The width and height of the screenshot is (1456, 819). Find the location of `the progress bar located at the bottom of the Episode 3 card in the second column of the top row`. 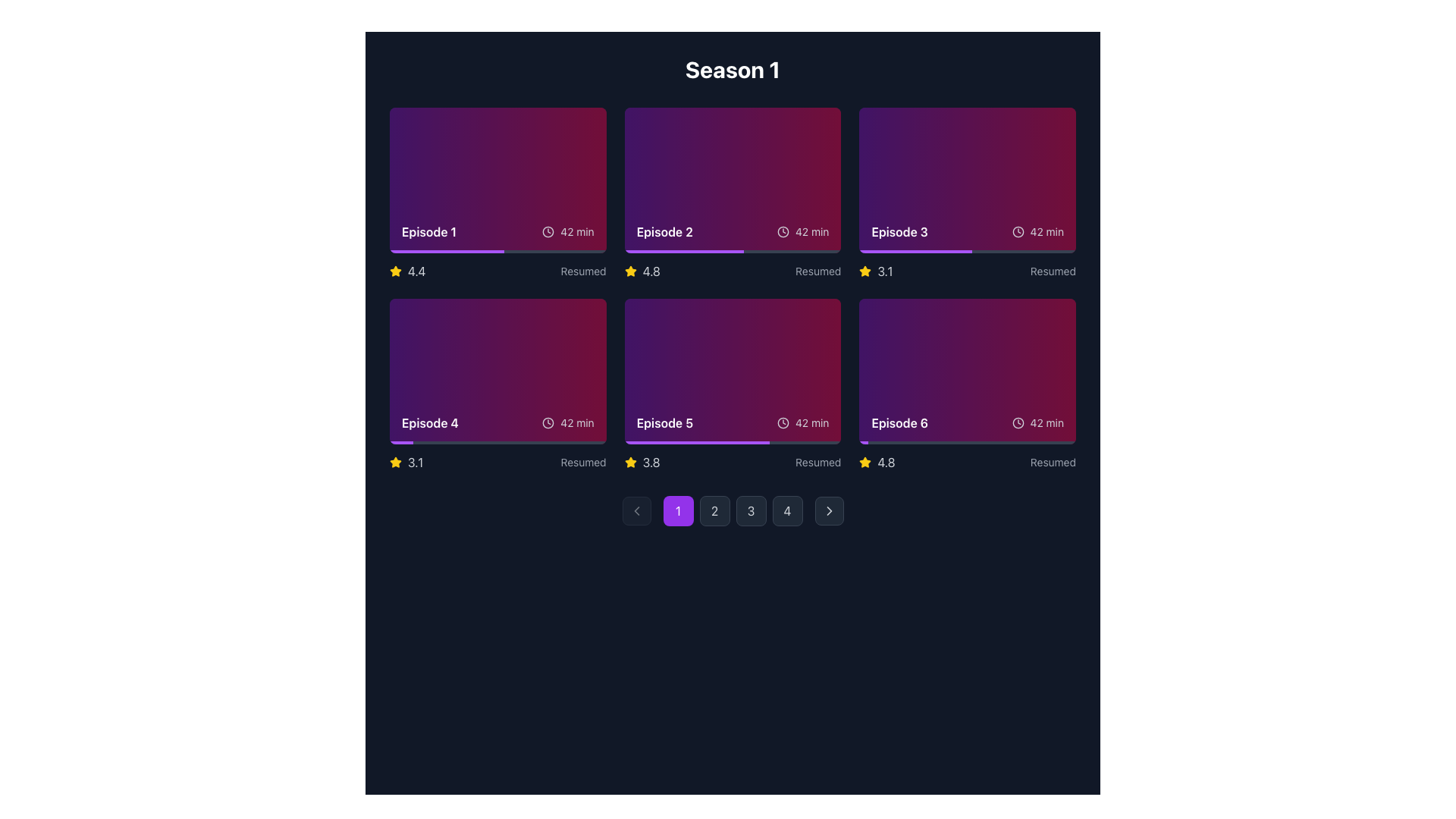

the progress bar located at the bottom of the Episode 3 card in the second column of the top row is located at coordinates (967, 250).